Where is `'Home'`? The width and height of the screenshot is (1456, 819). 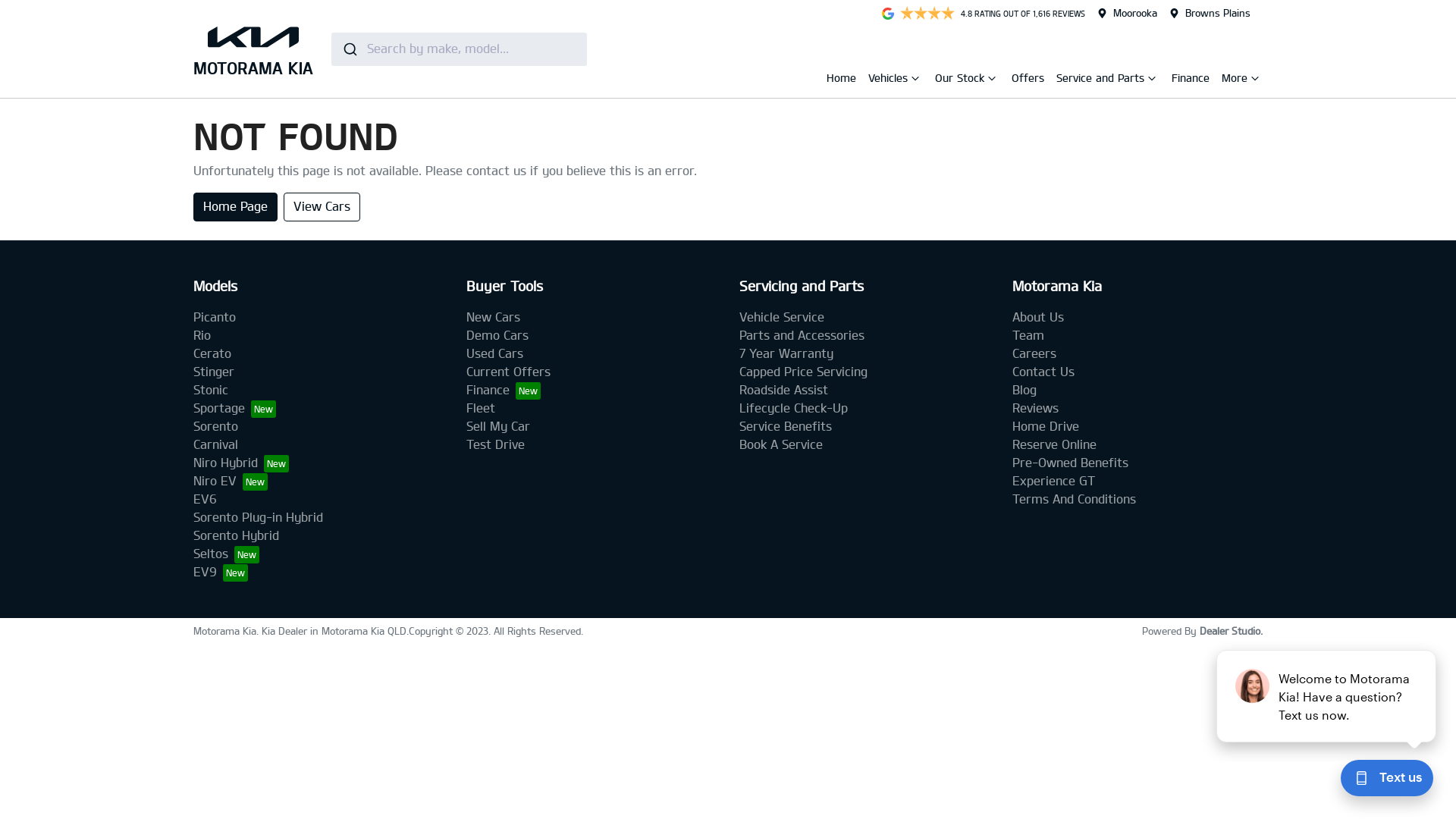
'Home' is located at coordinates (840, 77).